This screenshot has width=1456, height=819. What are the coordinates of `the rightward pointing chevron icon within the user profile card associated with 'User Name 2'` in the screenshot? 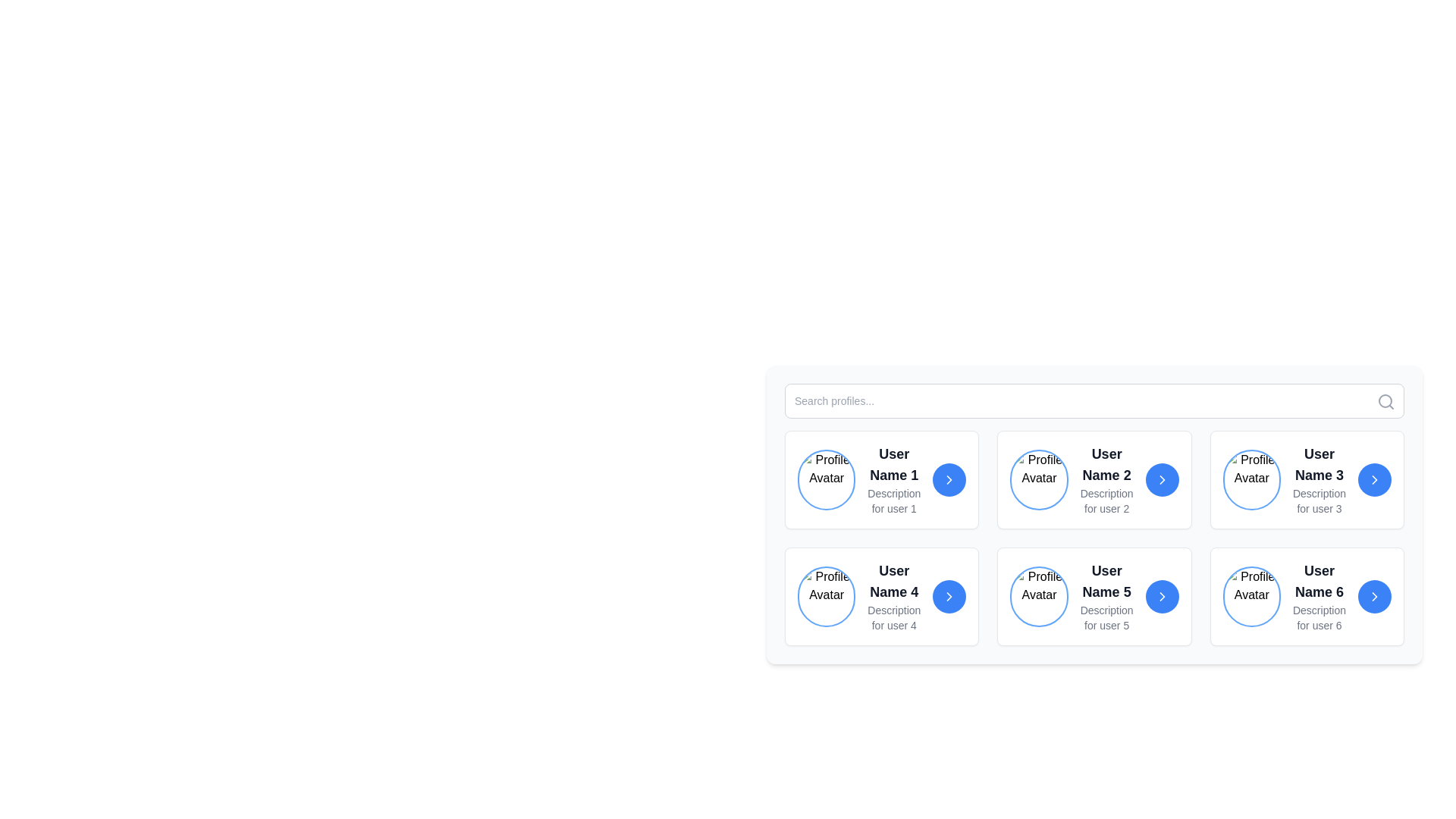 It's located at (1161, 479).